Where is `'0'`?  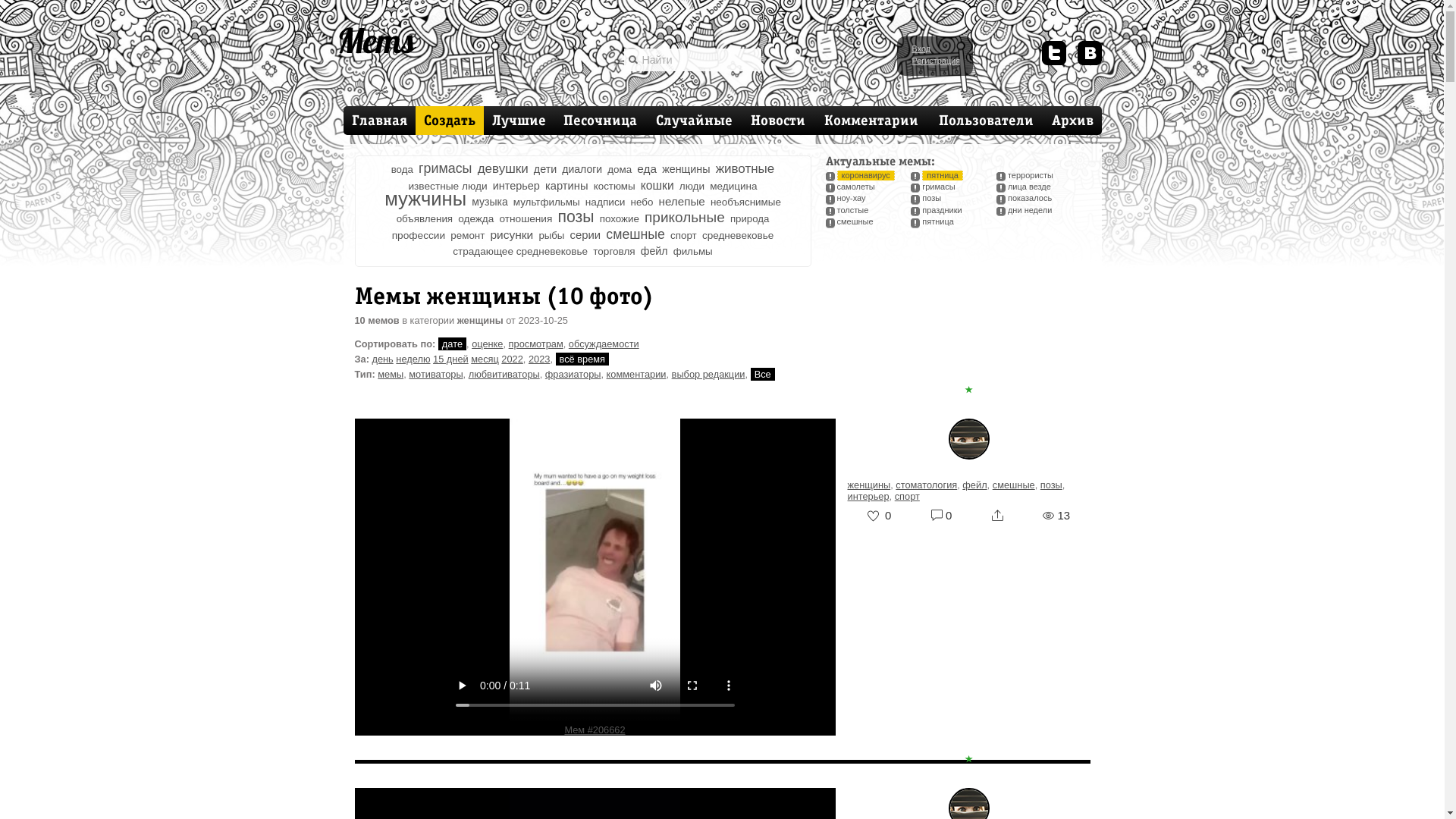
'0' is located at coordinates (940, 514).